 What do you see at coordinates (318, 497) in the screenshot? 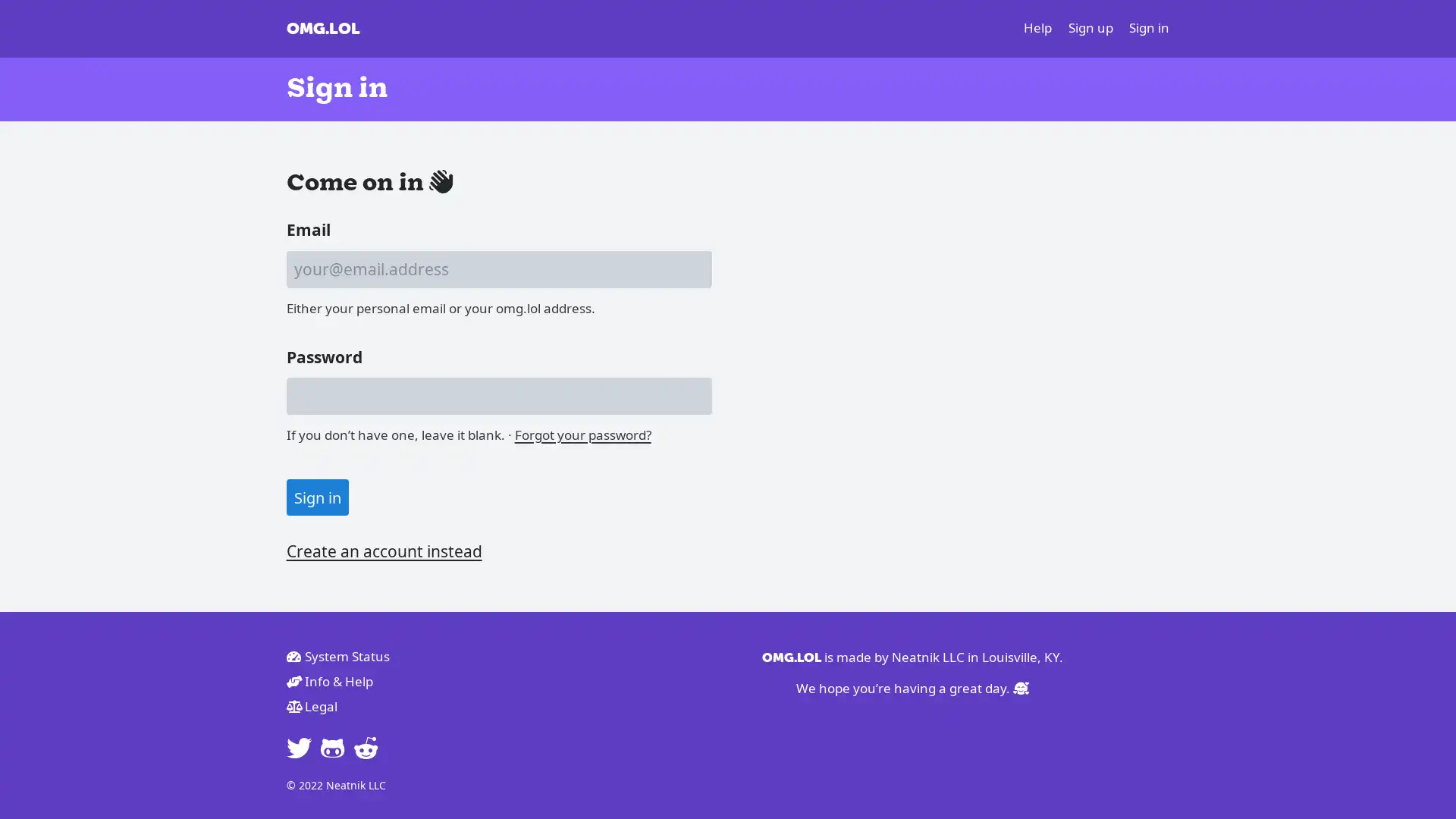
I see `Sign in` at bounding box center [318, 497].